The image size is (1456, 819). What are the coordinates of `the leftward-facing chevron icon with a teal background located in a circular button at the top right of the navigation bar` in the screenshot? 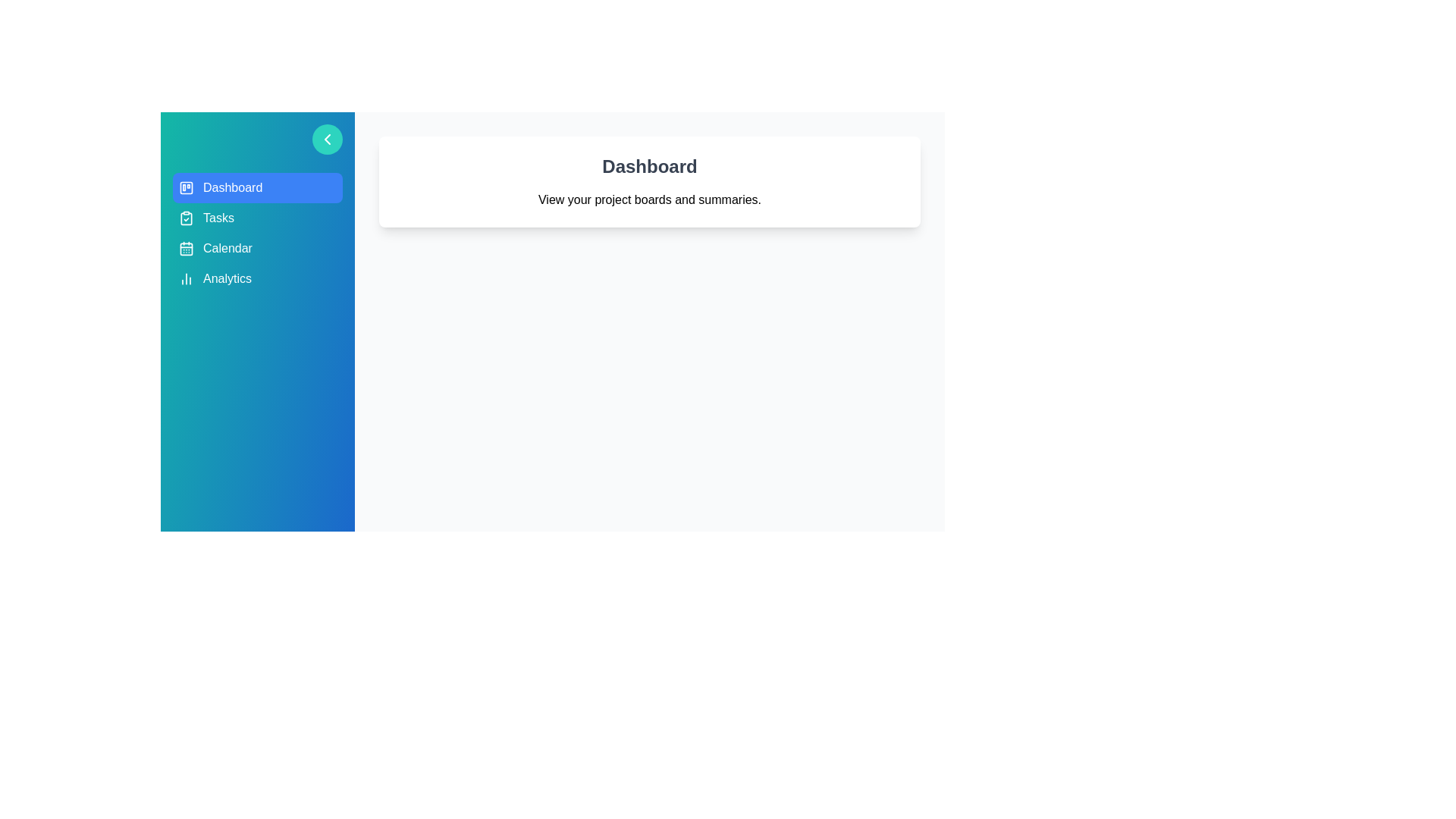 It's located at (327, 140).